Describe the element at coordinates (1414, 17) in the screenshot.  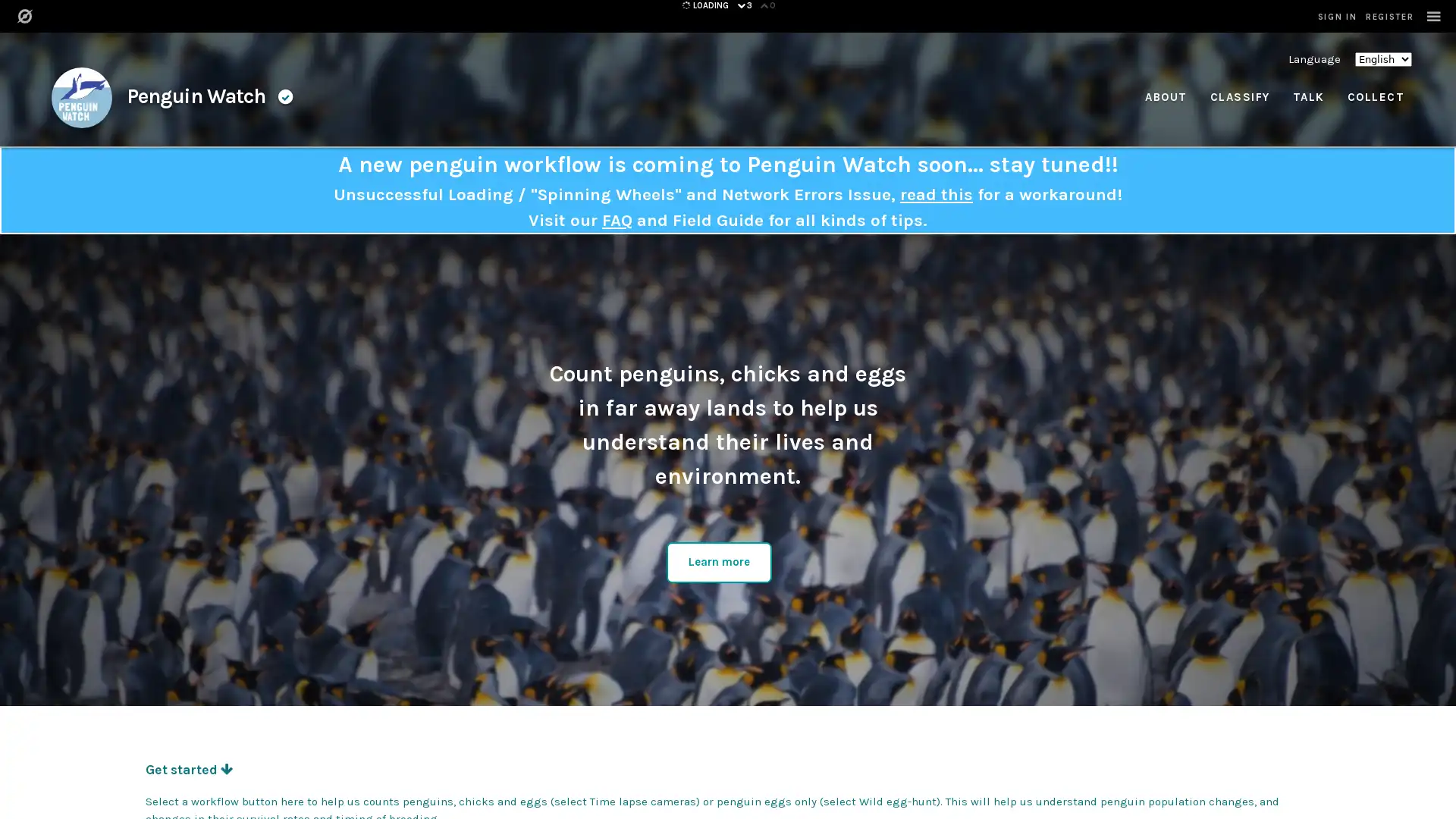
I see `REGISTER` at that location.